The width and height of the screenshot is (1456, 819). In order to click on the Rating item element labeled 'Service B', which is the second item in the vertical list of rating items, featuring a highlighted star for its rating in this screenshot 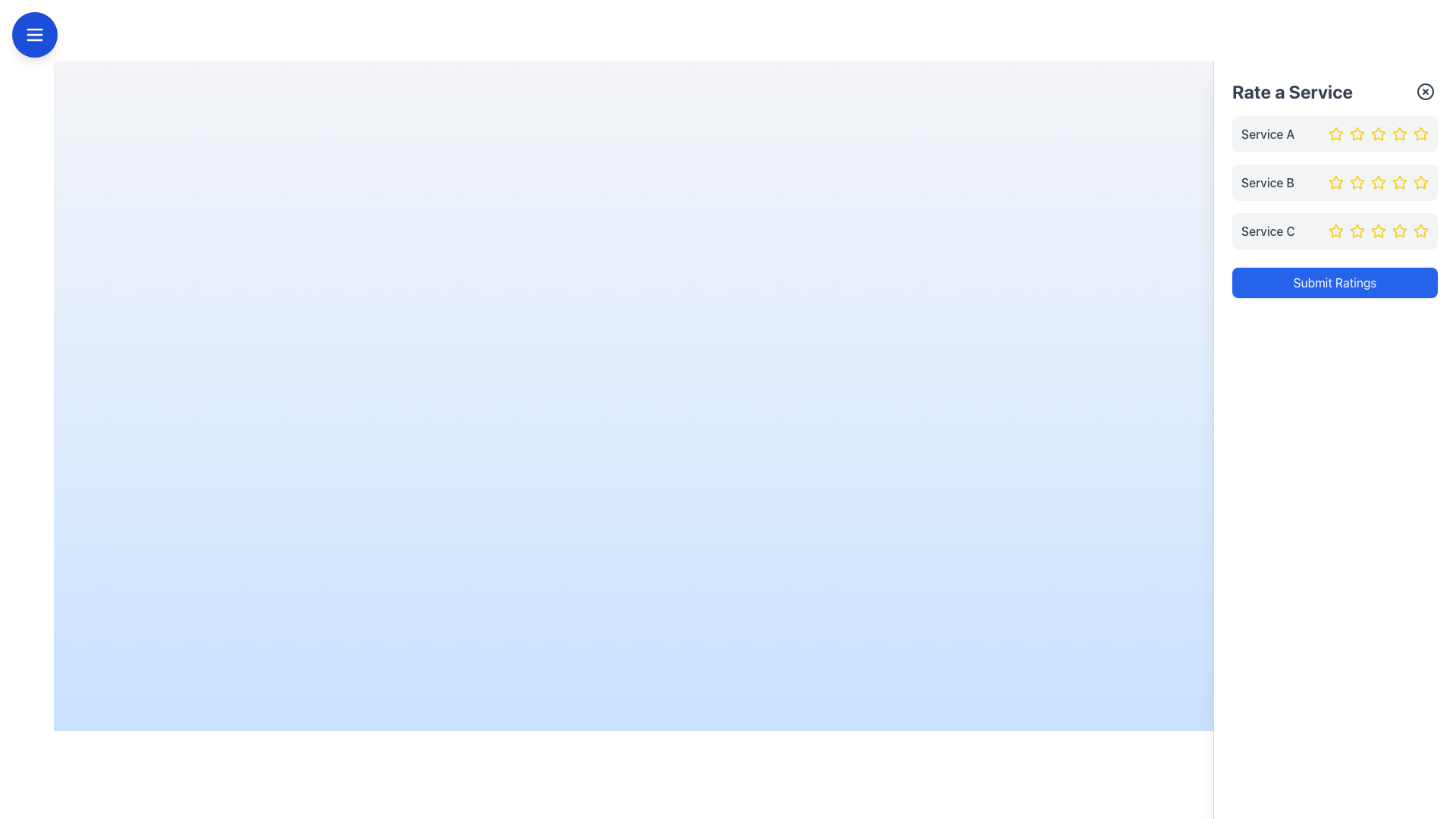, I will do `click(1335, 181)`.